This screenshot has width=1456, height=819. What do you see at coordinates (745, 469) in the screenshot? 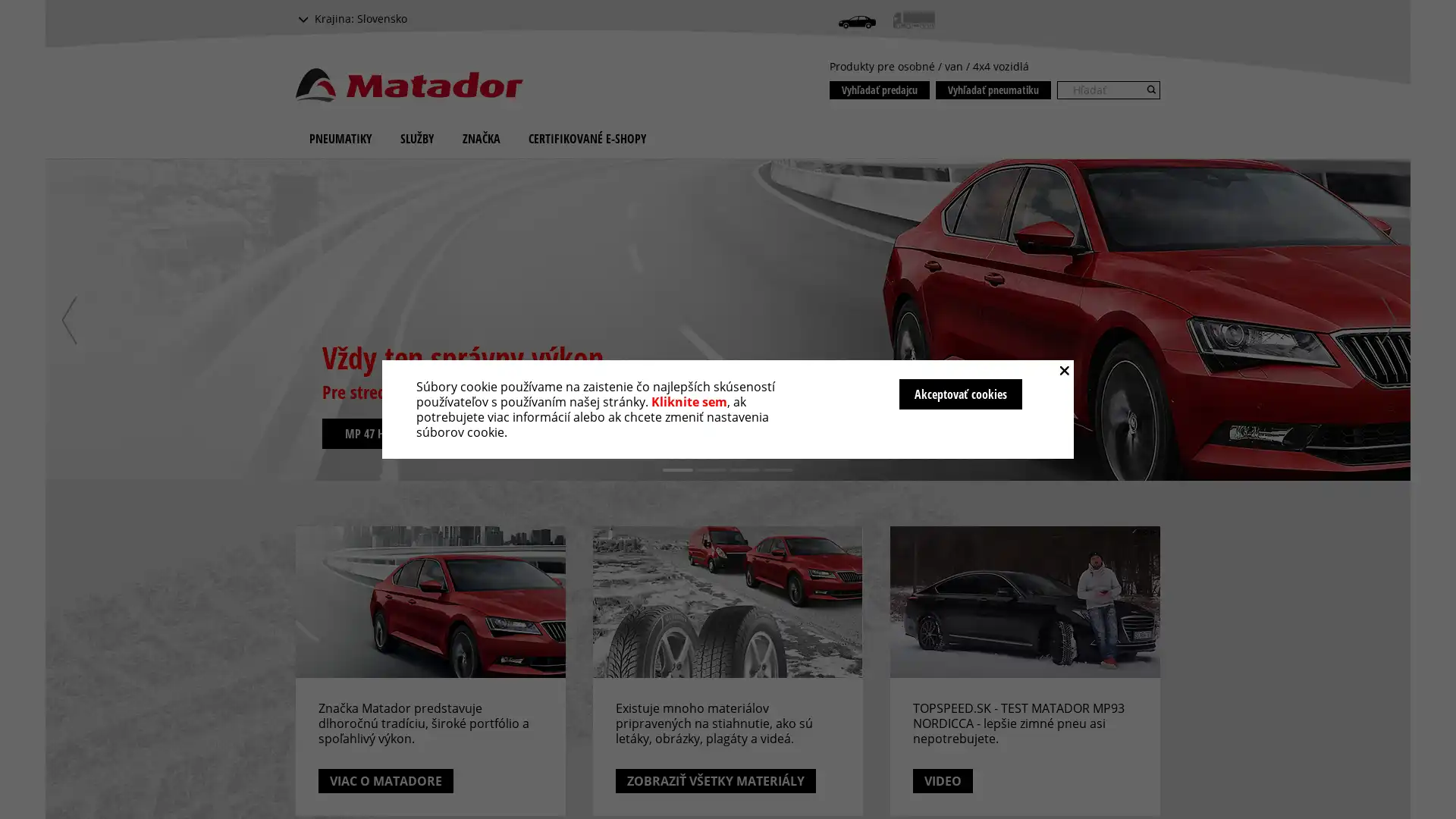
I see `3` at bounding box center [745, 469].